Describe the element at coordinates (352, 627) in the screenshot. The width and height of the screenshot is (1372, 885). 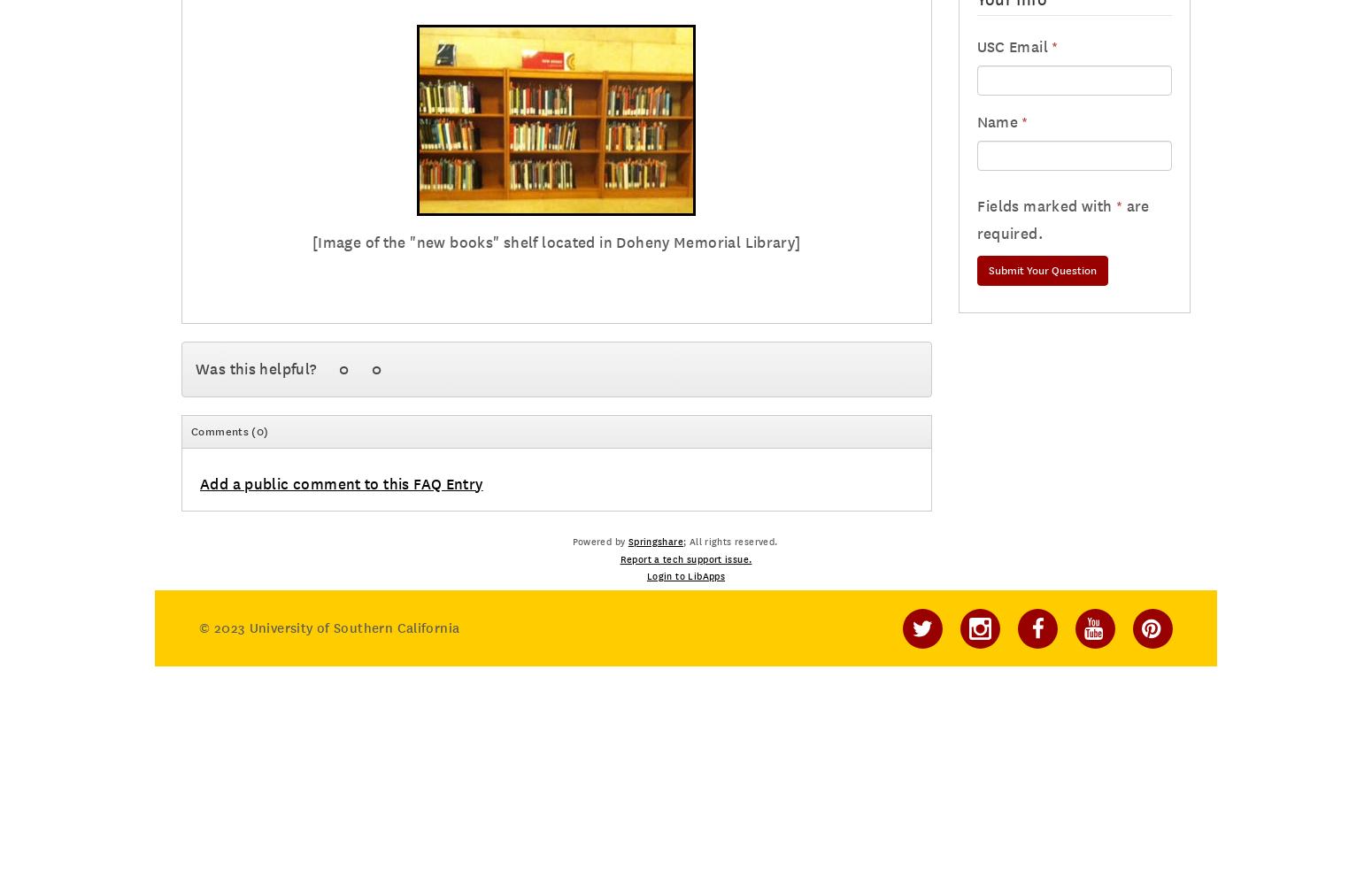
I see `'University of Southern California'` at that location.